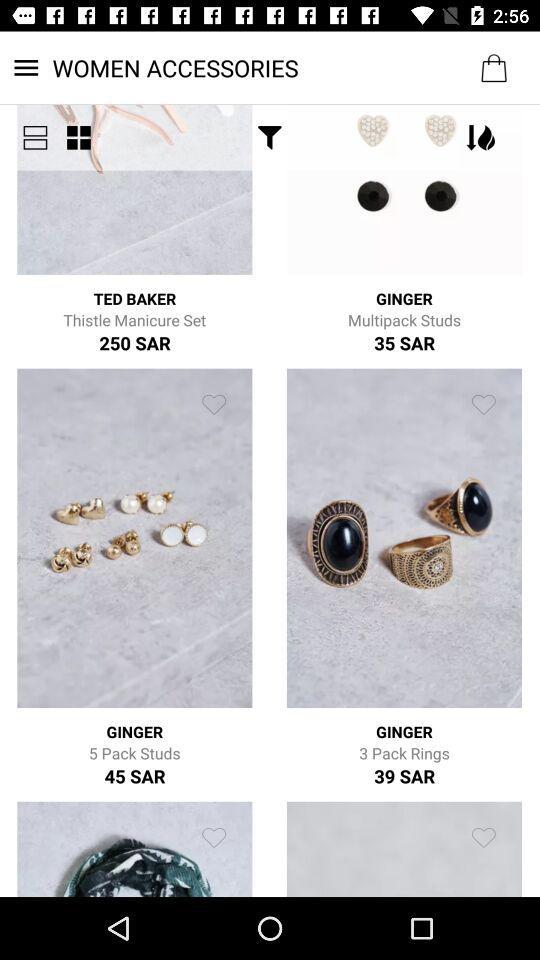  I want to click on the top button in first row second image, so click(482, 136).